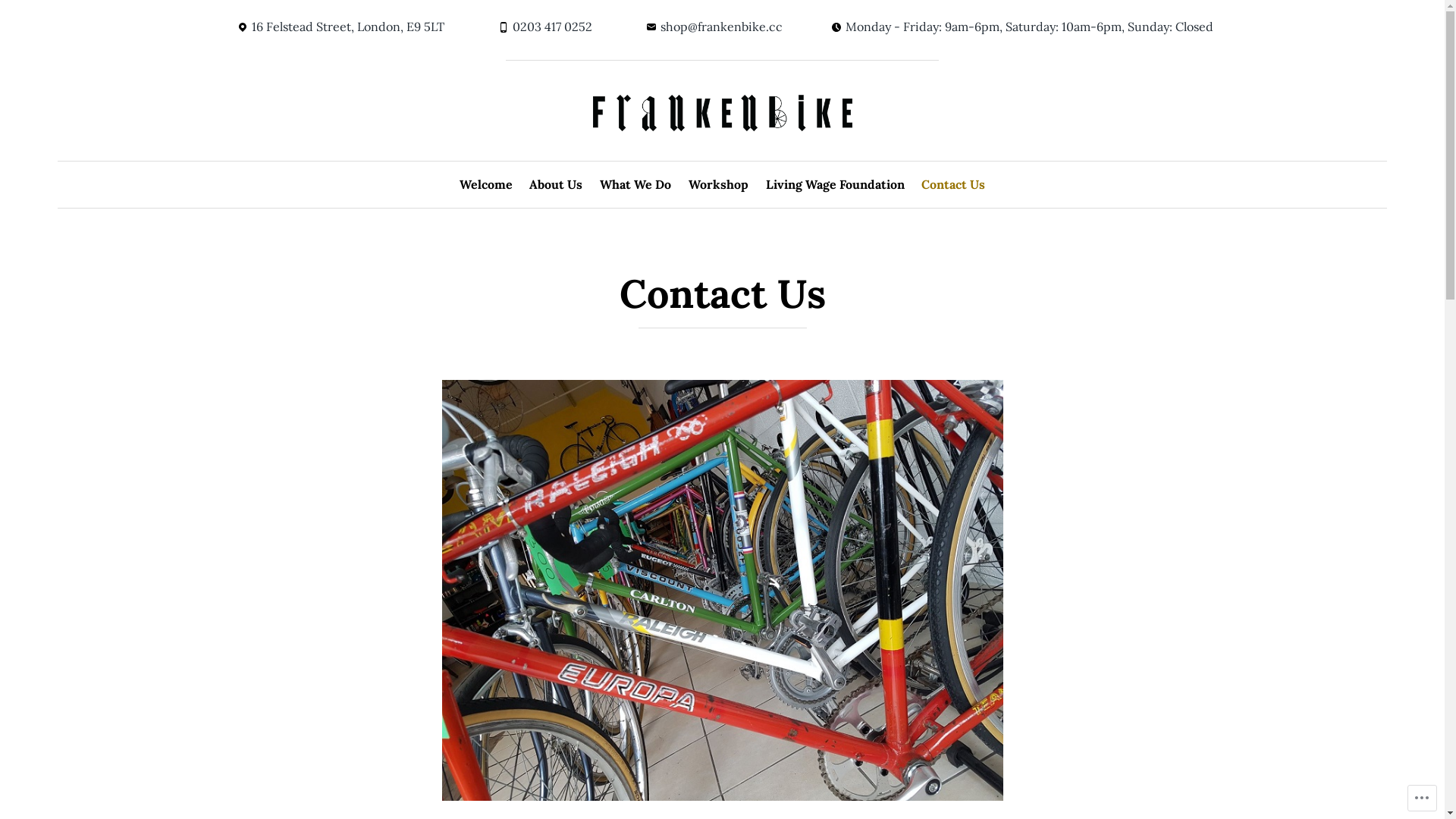  I want to click on 'Living Wage Foundation', so click(834, 184).